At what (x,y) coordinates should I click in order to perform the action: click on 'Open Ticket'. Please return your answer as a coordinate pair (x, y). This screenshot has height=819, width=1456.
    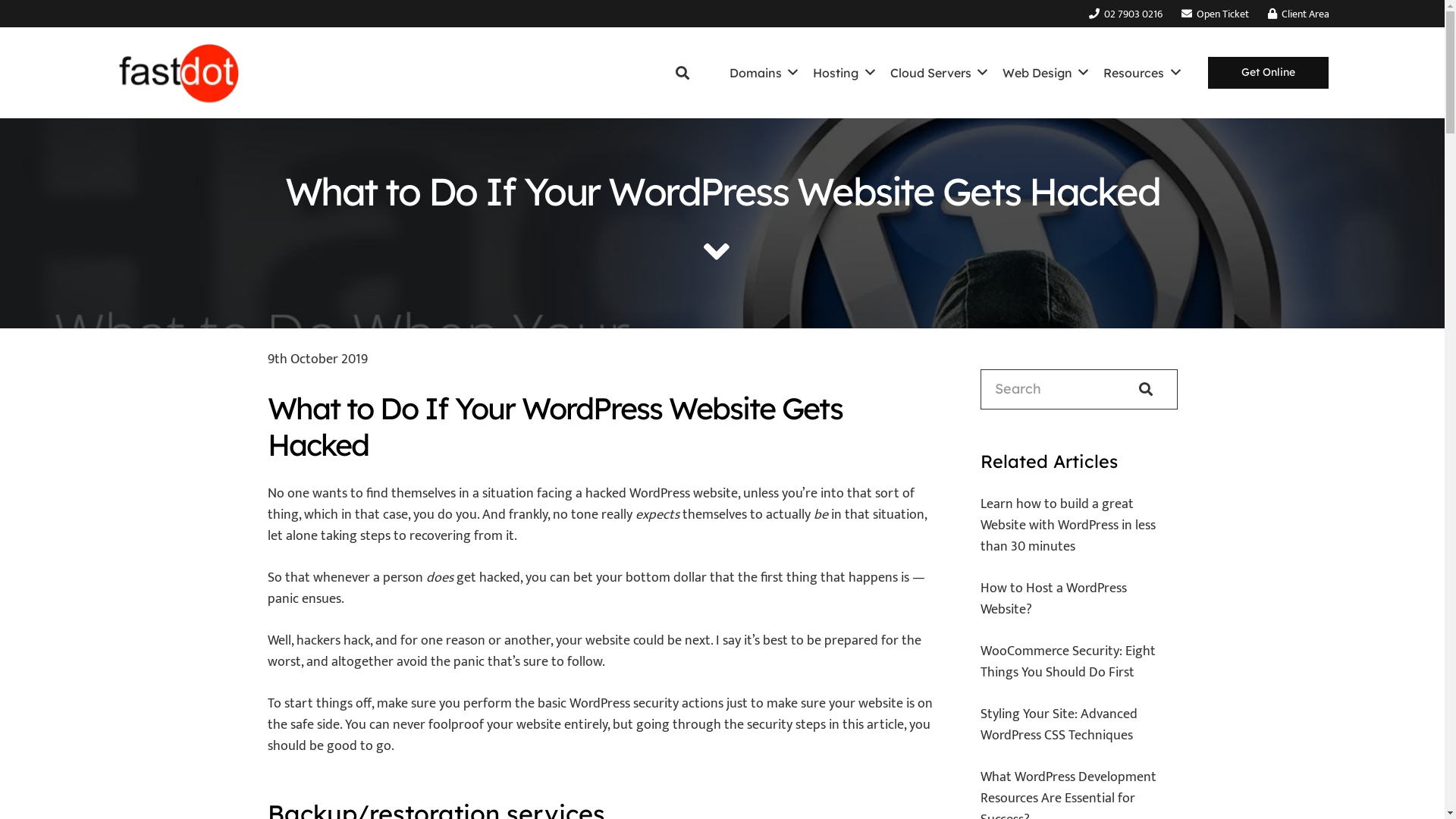
    Looking at the image, I should click on (1215, 13).